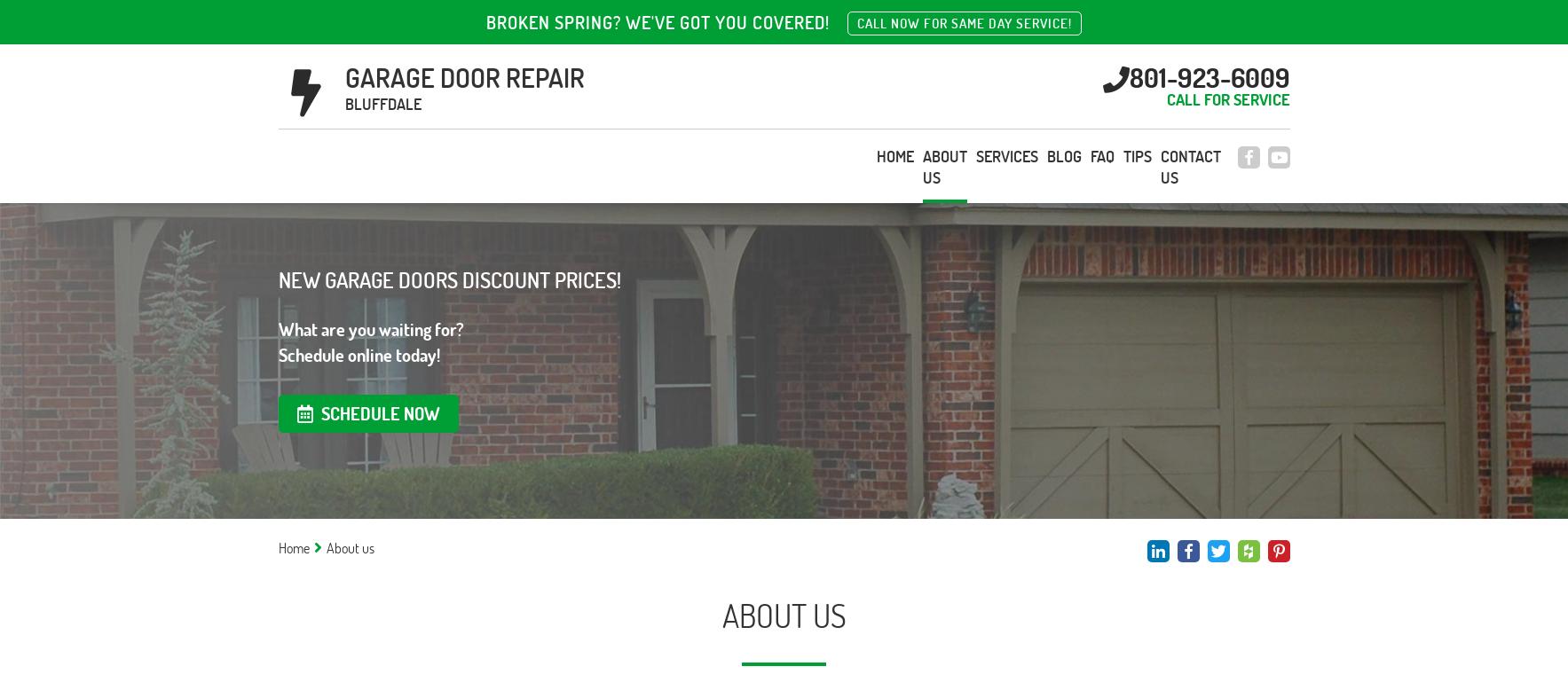 This screenshot has width=1568, height=698. What do you see at coordinates (344, 103) in the screenshot?
I see `'BLUFFDALE'` at bounding box center [344, 103].